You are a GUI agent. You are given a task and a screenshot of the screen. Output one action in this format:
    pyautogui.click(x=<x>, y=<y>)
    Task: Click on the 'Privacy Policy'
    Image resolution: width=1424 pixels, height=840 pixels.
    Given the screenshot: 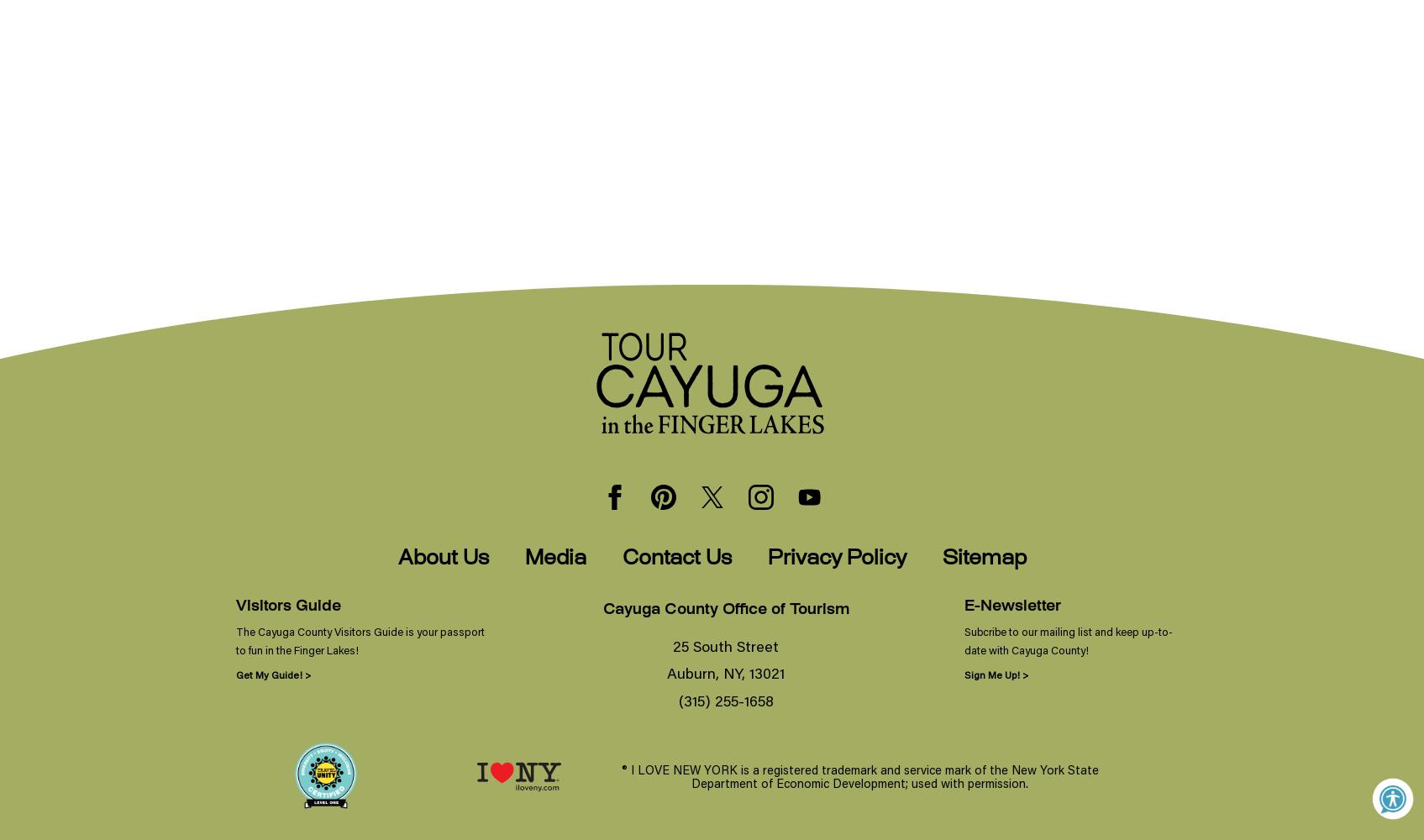 What is the action you would take?
    pyautogui.click(x=835, y=559)
    